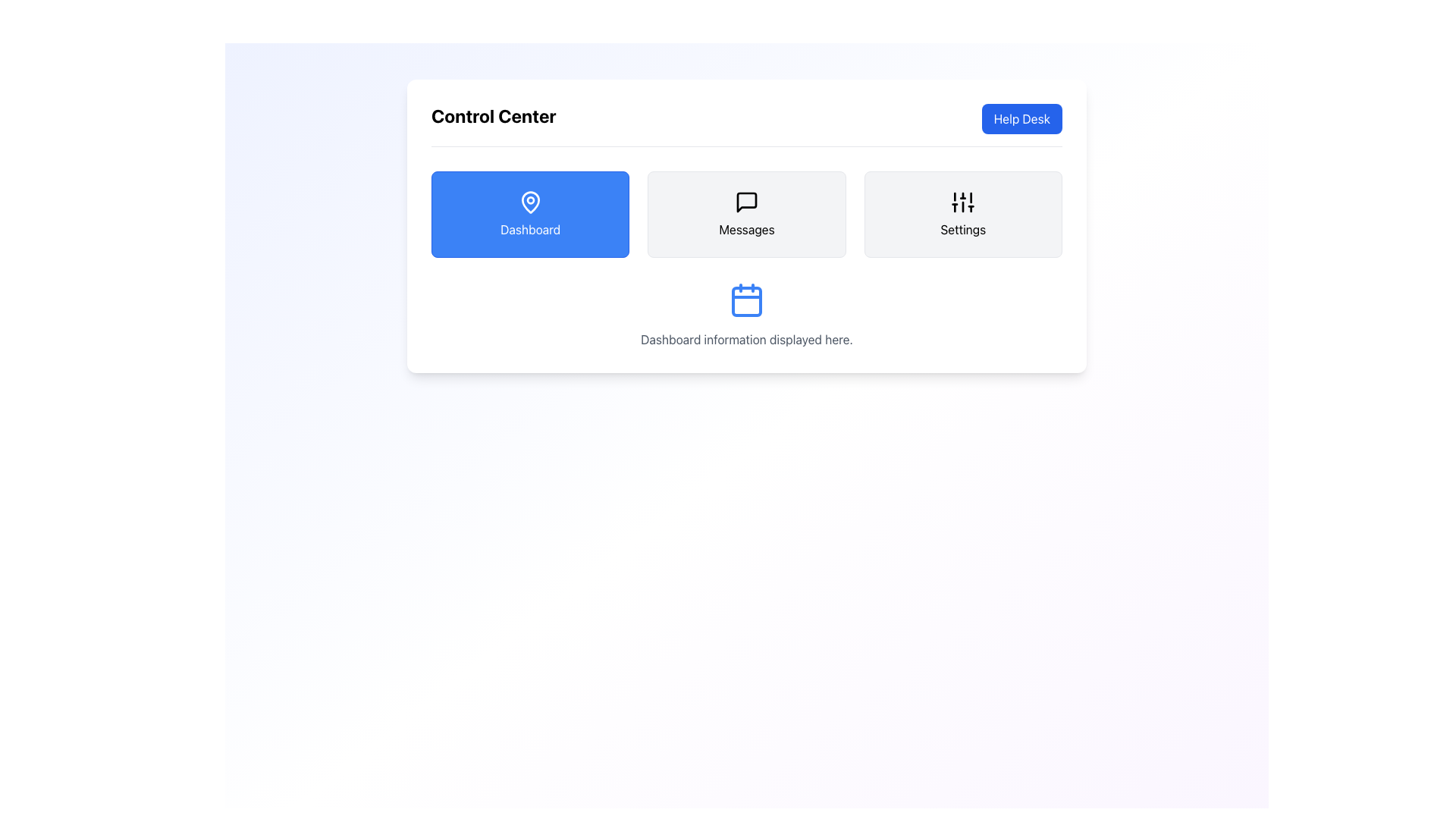 The image size is (1456, 819). I want to click on the pin-like Vector icon located within the blue 'Dashboard' button, which is centrally positioned under the 'Control Center' header, so click(530, 201).